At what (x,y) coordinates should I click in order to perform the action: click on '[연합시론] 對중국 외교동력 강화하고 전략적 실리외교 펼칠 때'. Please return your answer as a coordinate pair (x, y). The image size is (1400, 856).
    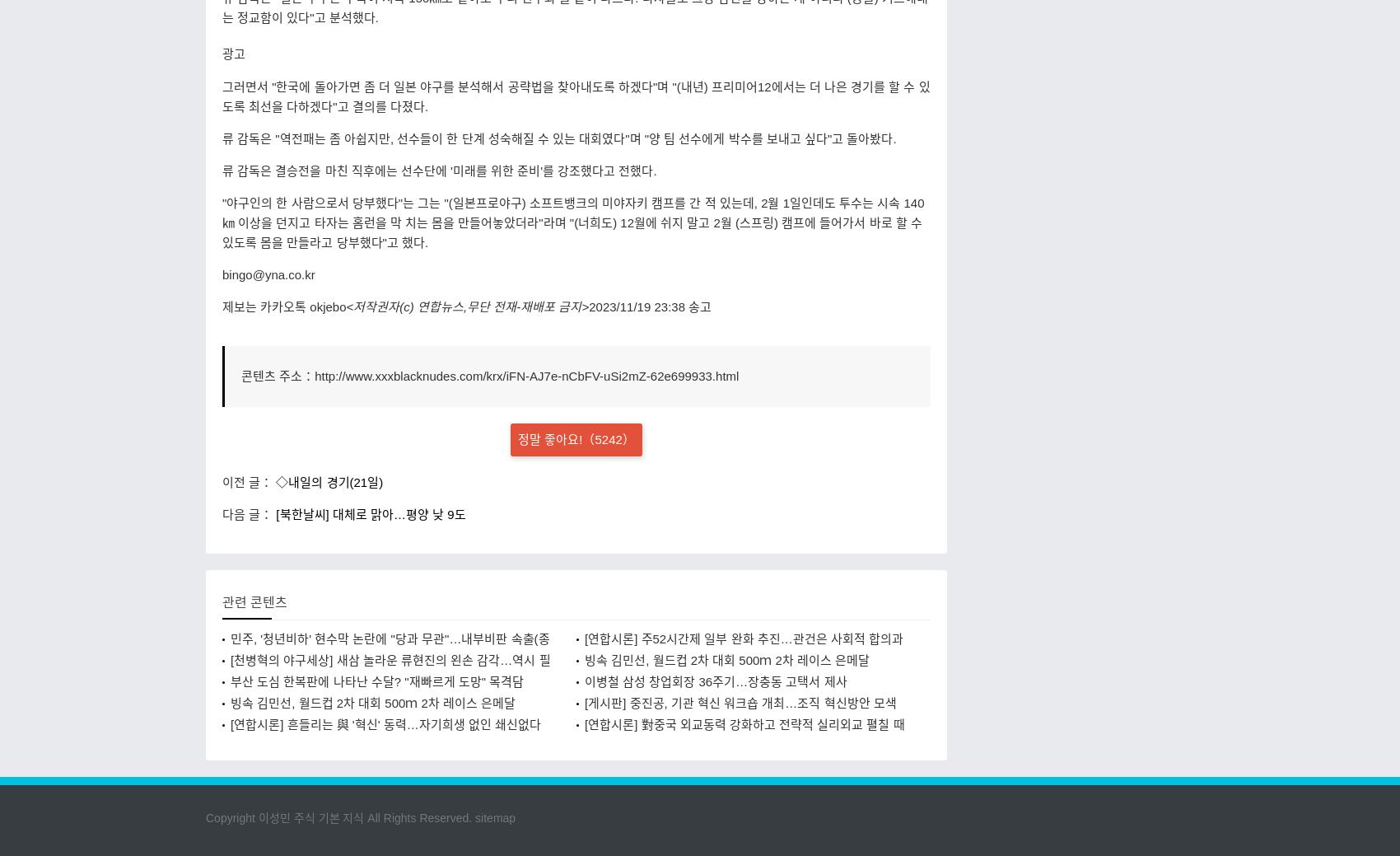
    Looking at the image, I should click on (744, 723).